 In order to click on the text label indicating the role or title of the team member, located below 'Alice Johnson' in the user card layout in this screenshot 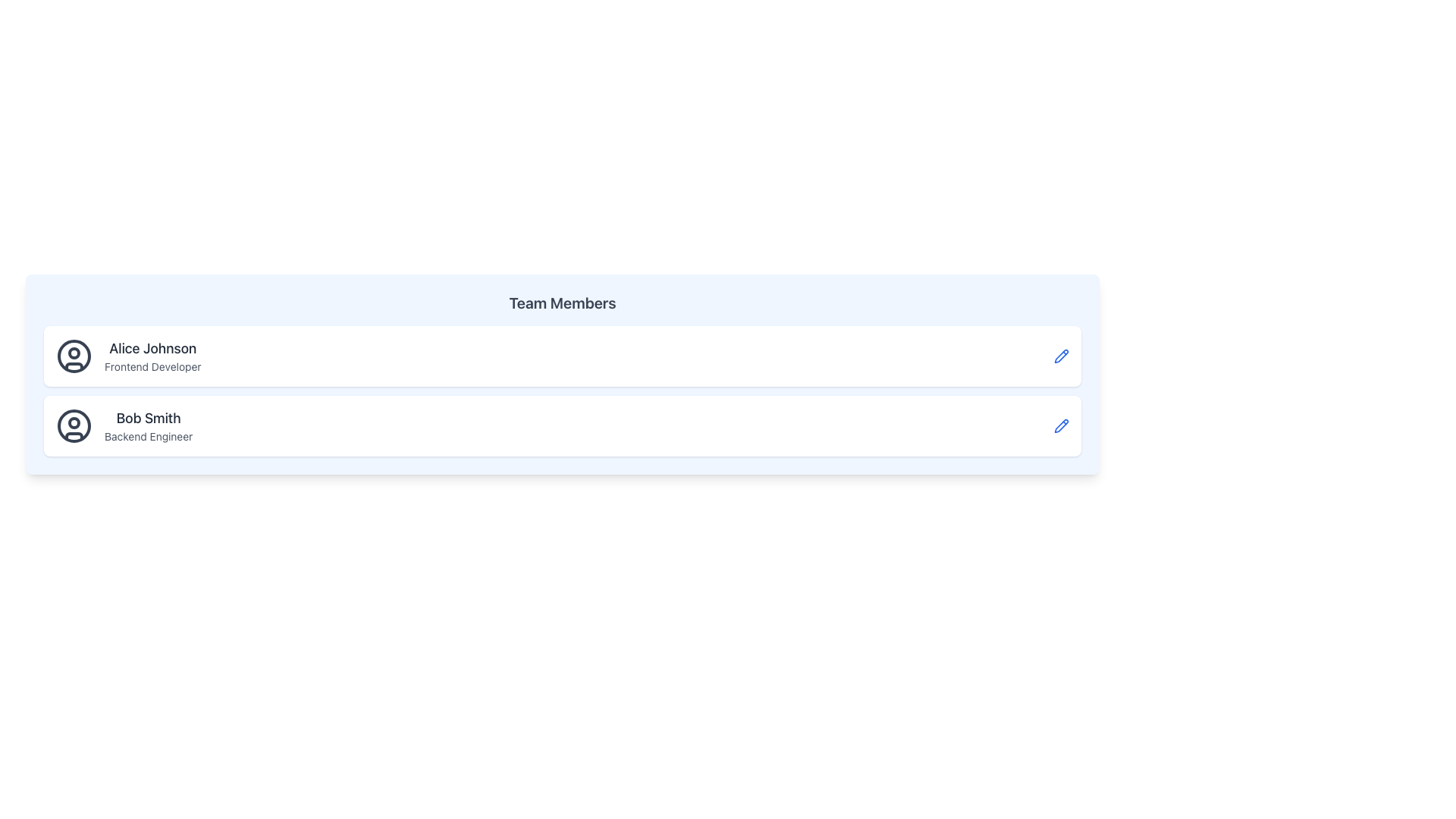, I will do `click(152, 366)`.